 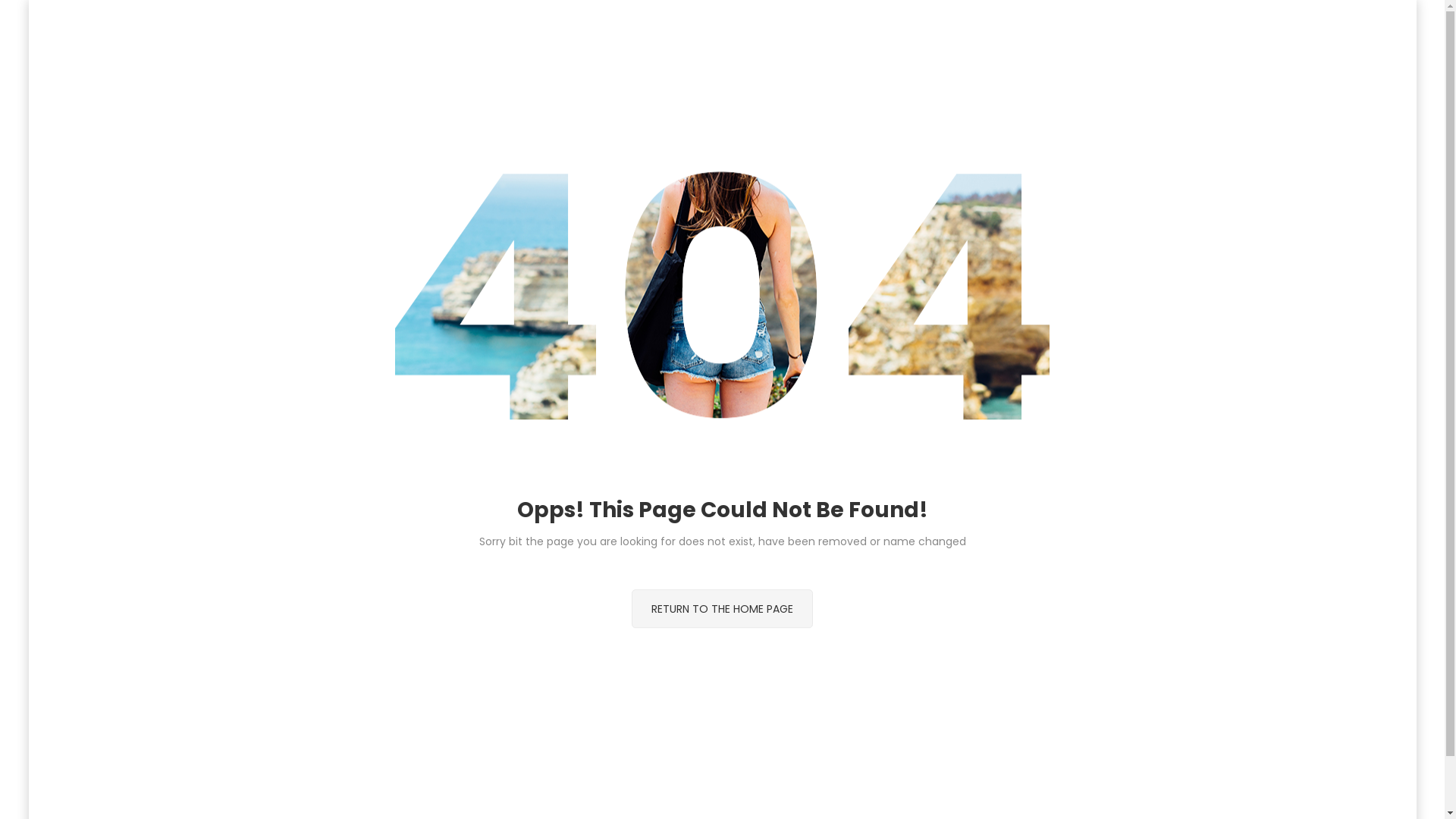 What do you see at coordinates (721, 607) in the screenshot?
I see `'RETURN TO THE HOME PAGE'` at bounding box center [721, 607].